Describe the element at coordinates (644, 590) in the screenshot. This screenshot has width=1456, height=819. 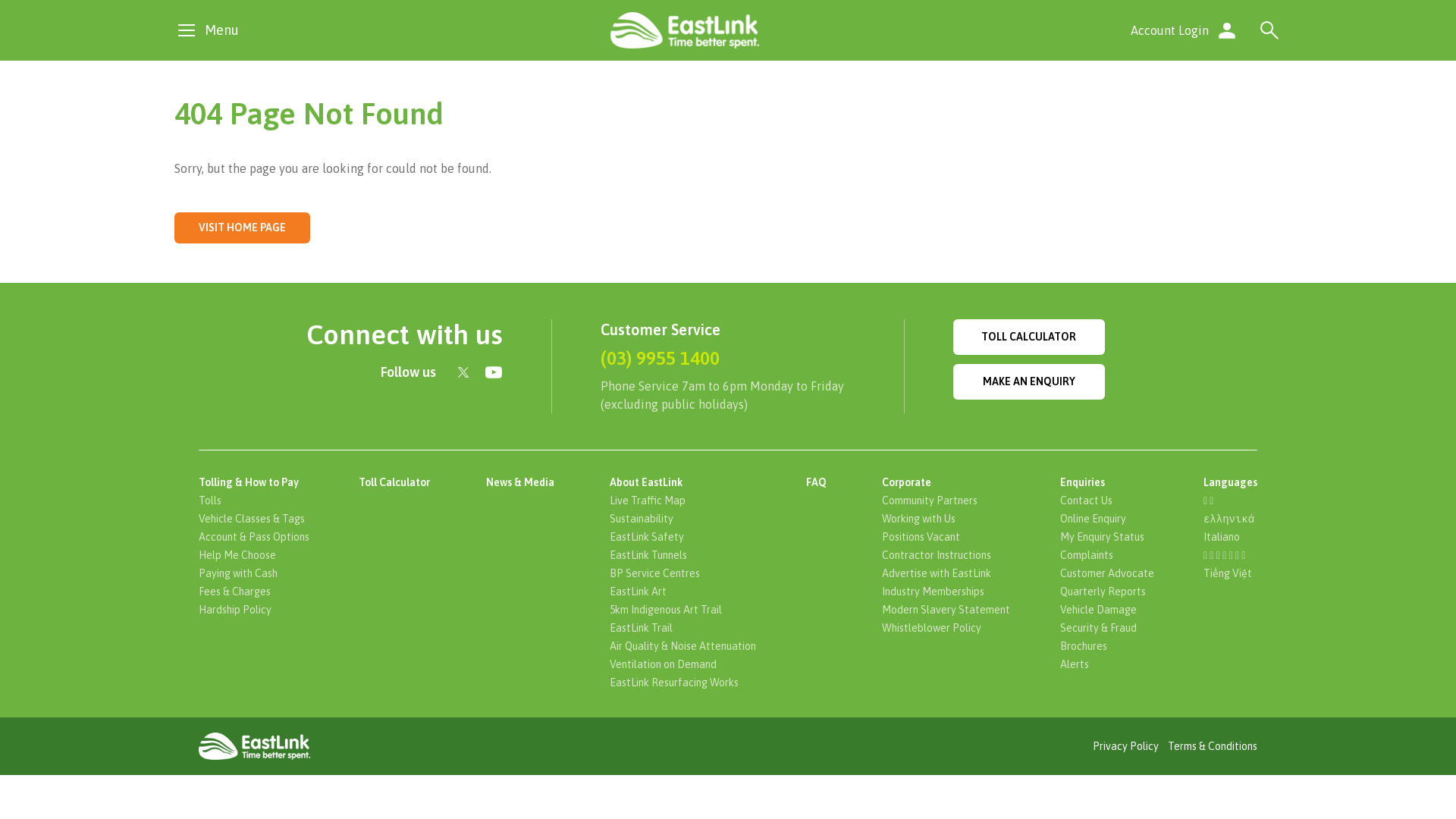
I see `'EastLink Art'` at that location.